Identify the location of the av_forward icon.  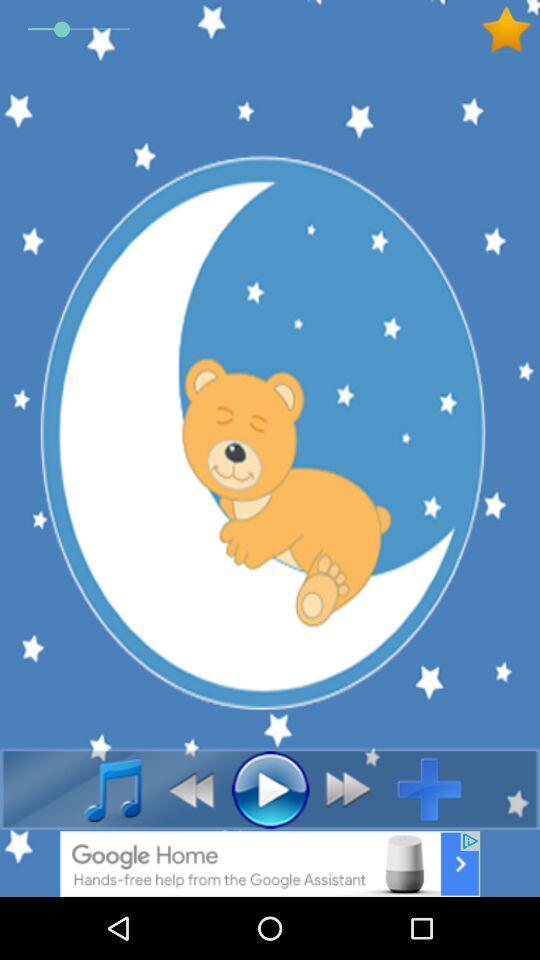
(353, 789).